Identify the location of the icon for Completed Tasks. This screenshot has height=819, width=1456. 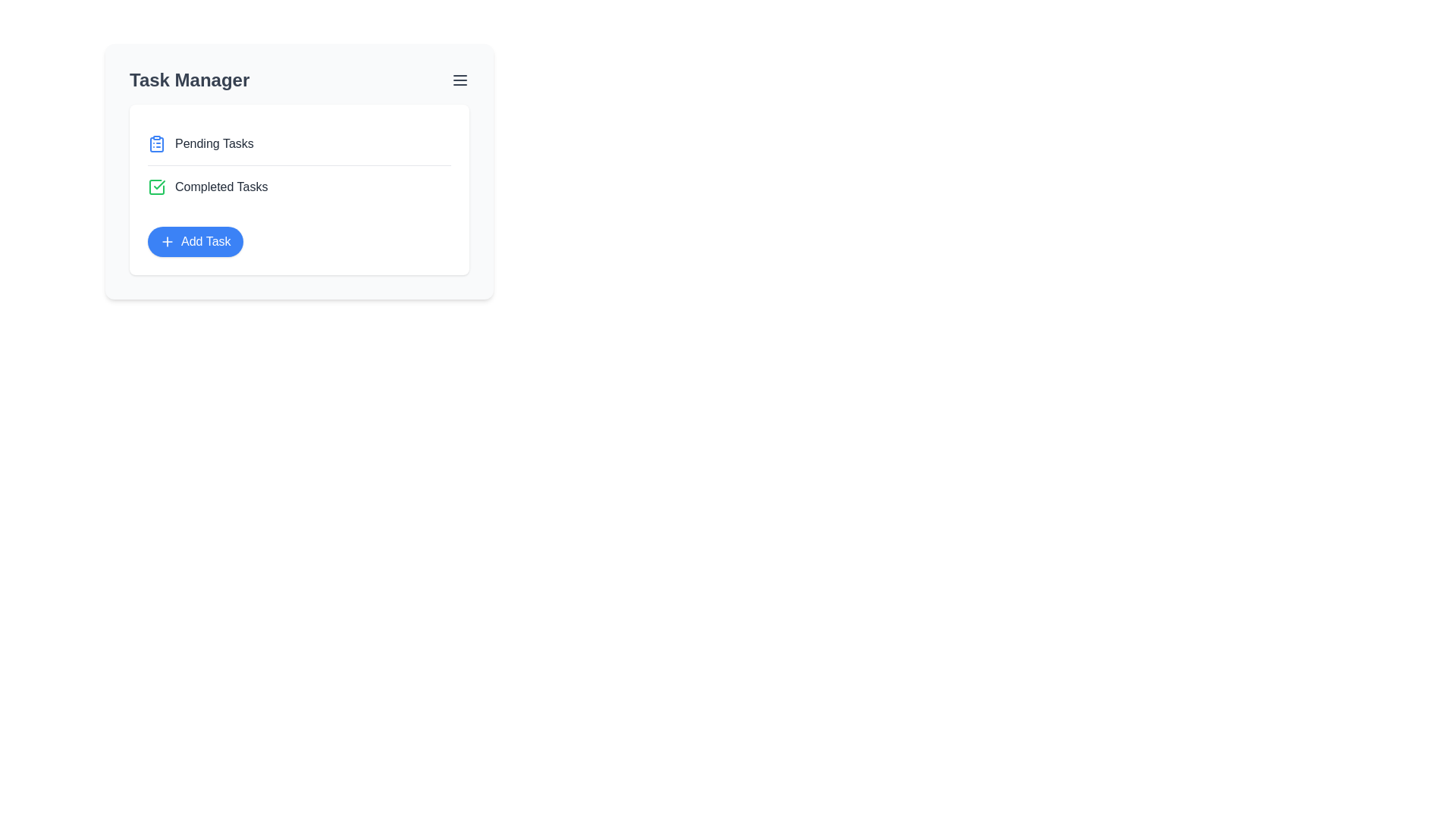
(156, 186).